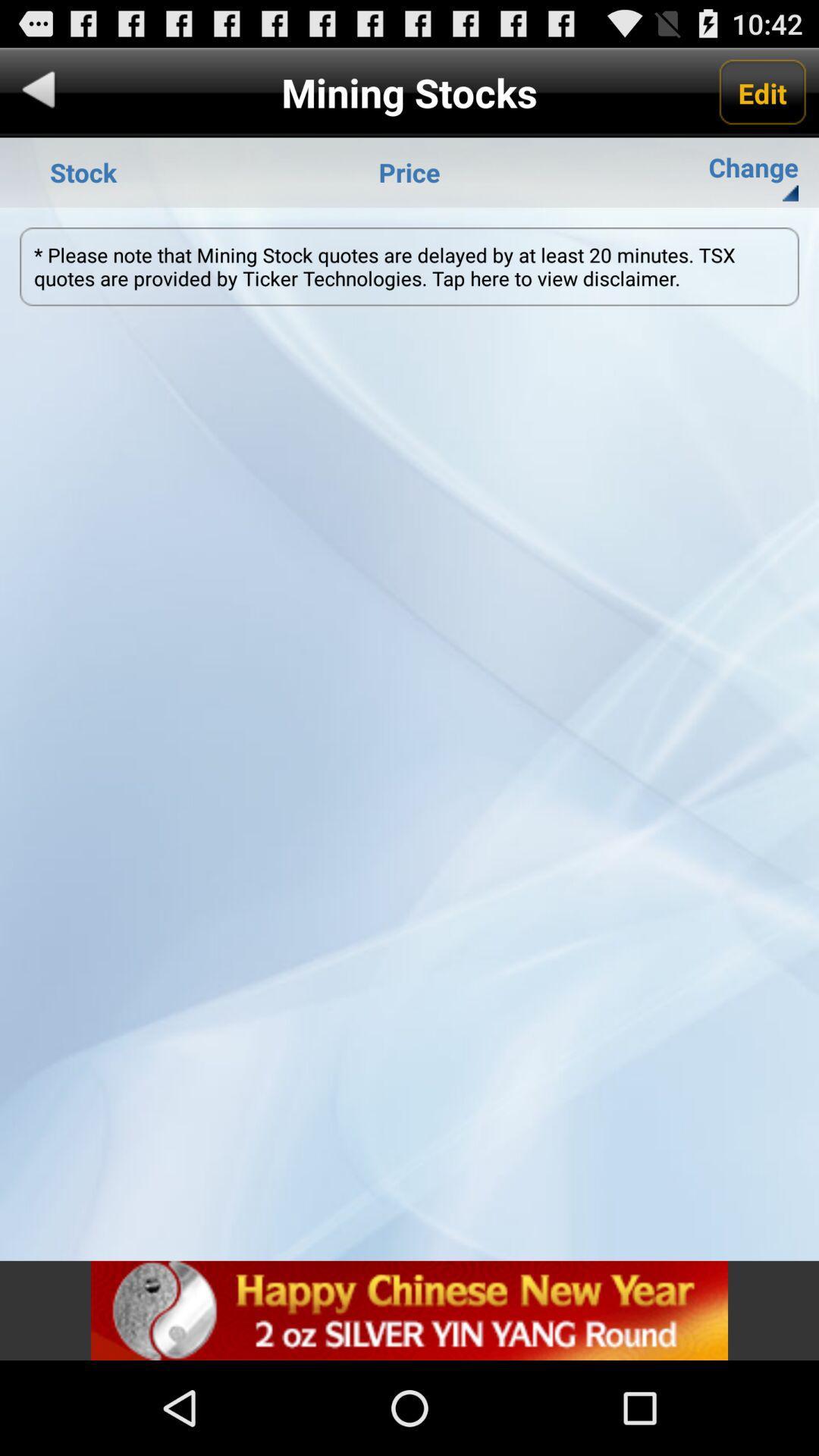 The height and width of the screenshot is (1456, 819). I want to click on go back, so click(38, 92).